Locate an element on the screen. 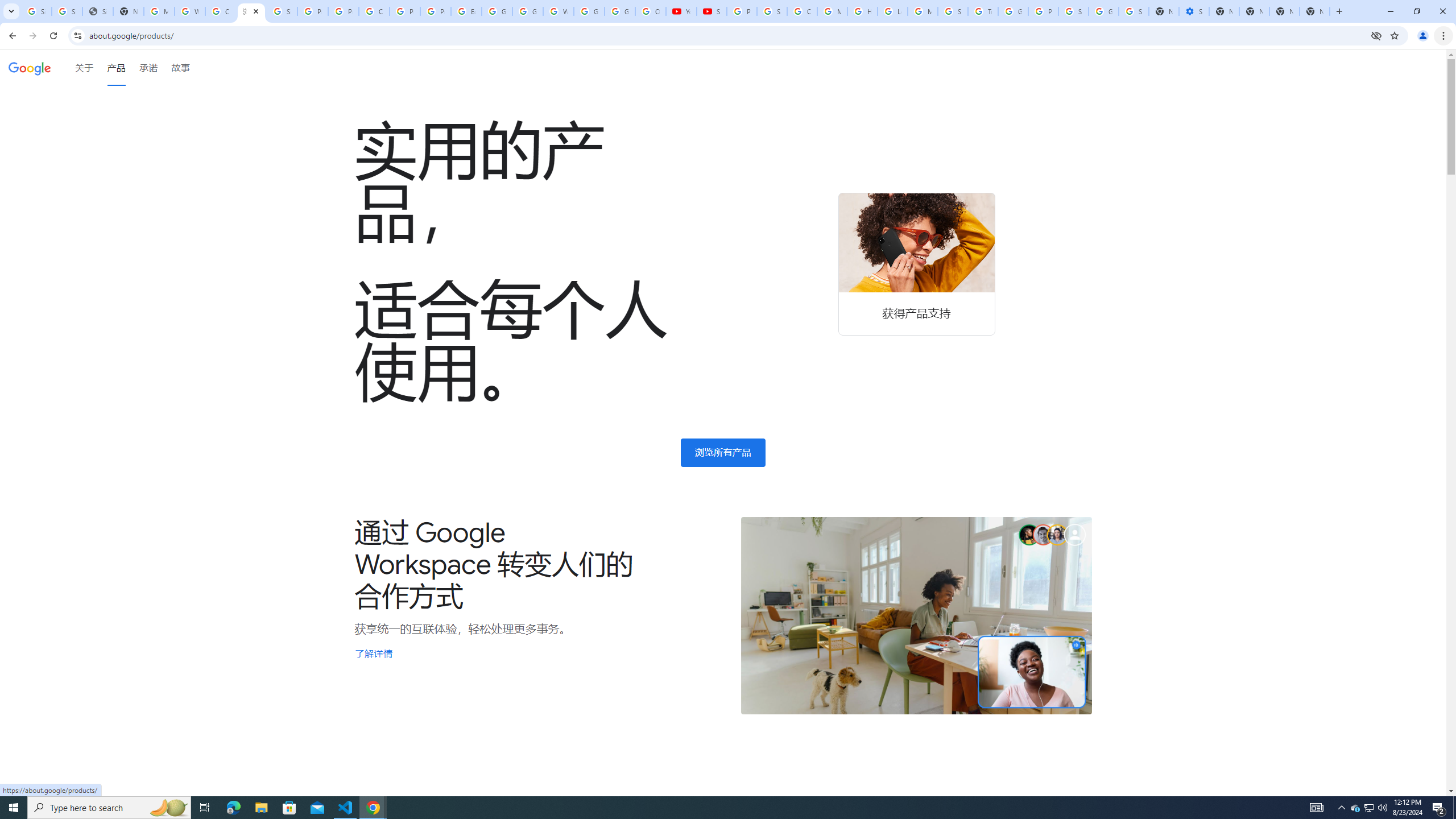  'Google Ads - Sign in' is located at coordinates (1013, 11).